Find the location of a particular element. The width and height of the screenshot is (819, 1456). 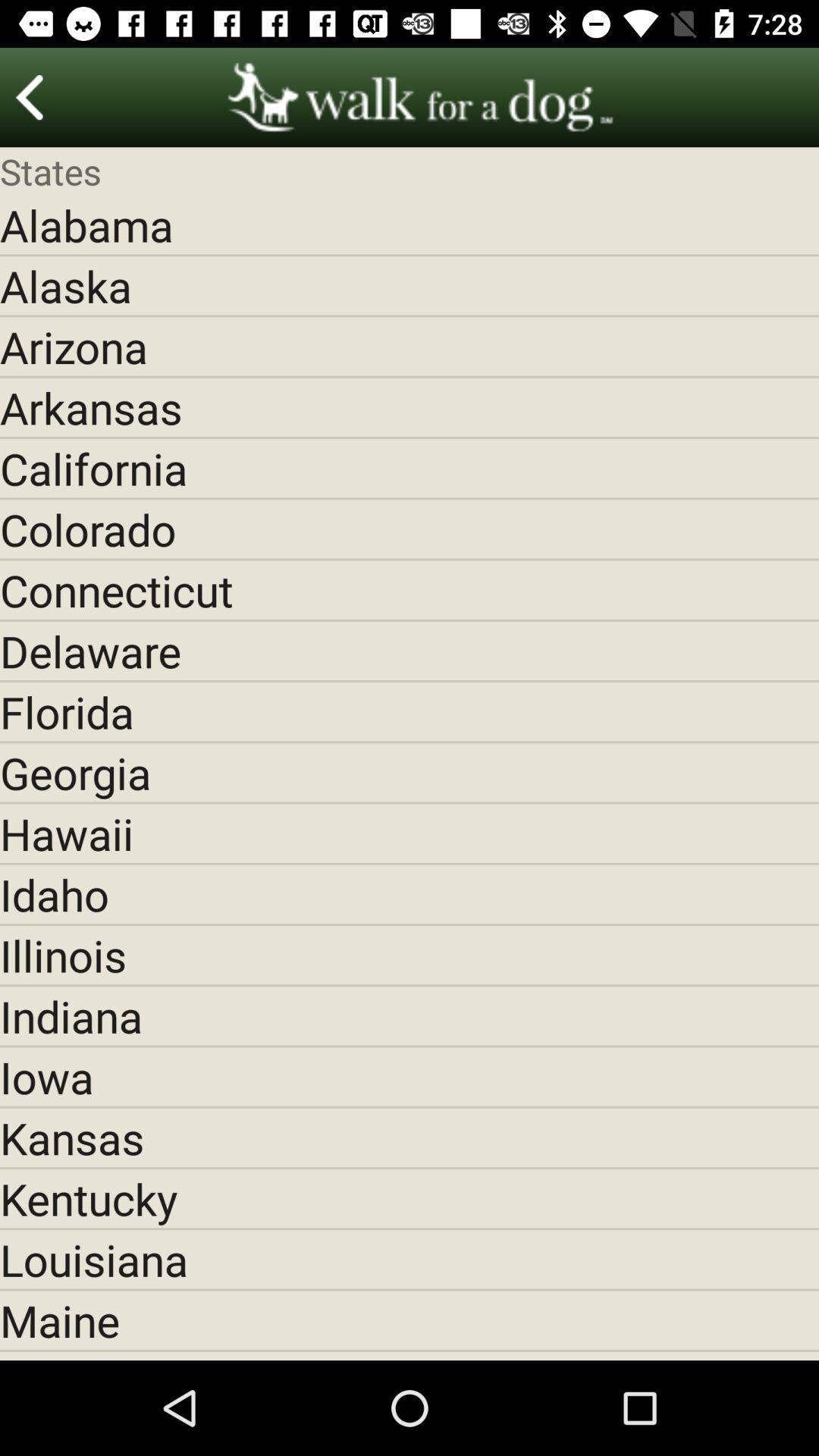

the arrow_backward icon is located at coordinates (30, 96).